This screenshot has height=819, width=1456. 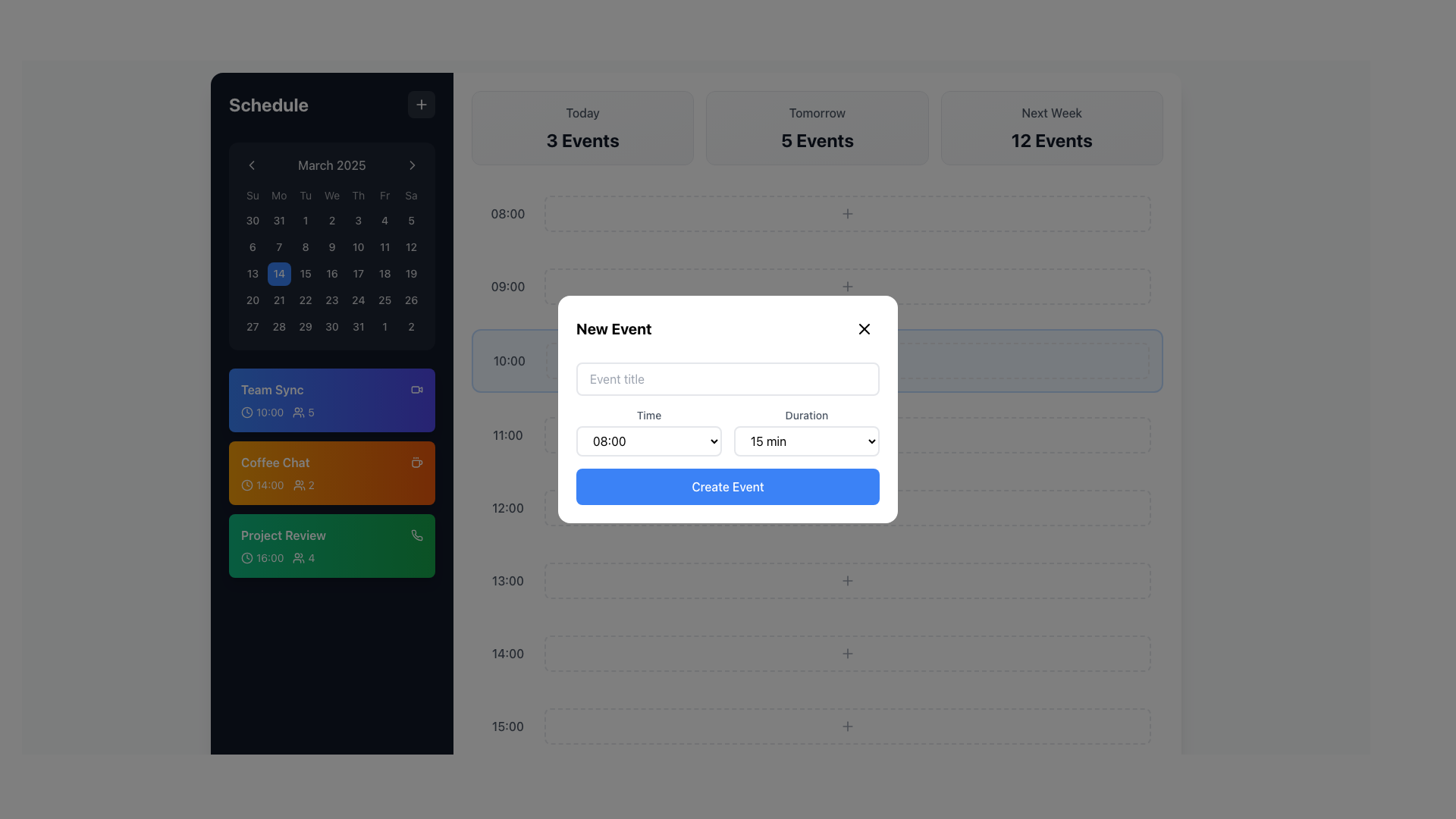 What do you see at coordinates (279, 300) in the screenshot?
I see `the Calendar day button displaying the number '21'` at bounding box center [279, 300].